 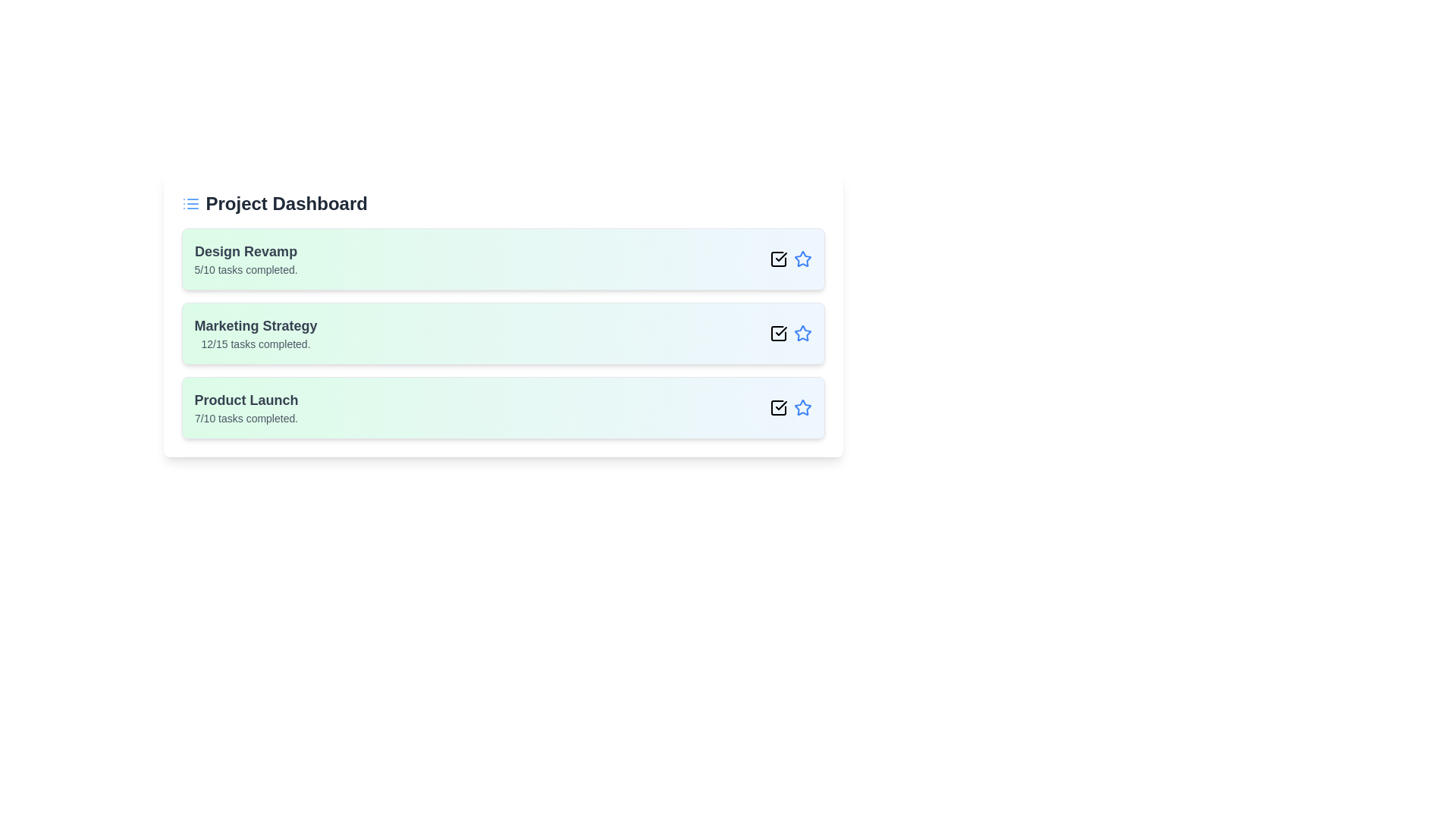 What do you see at coordinates (801, 259) in the screenshot?
I see `the star icon next to the project to mark it as important` at bounding box center [801, 259].